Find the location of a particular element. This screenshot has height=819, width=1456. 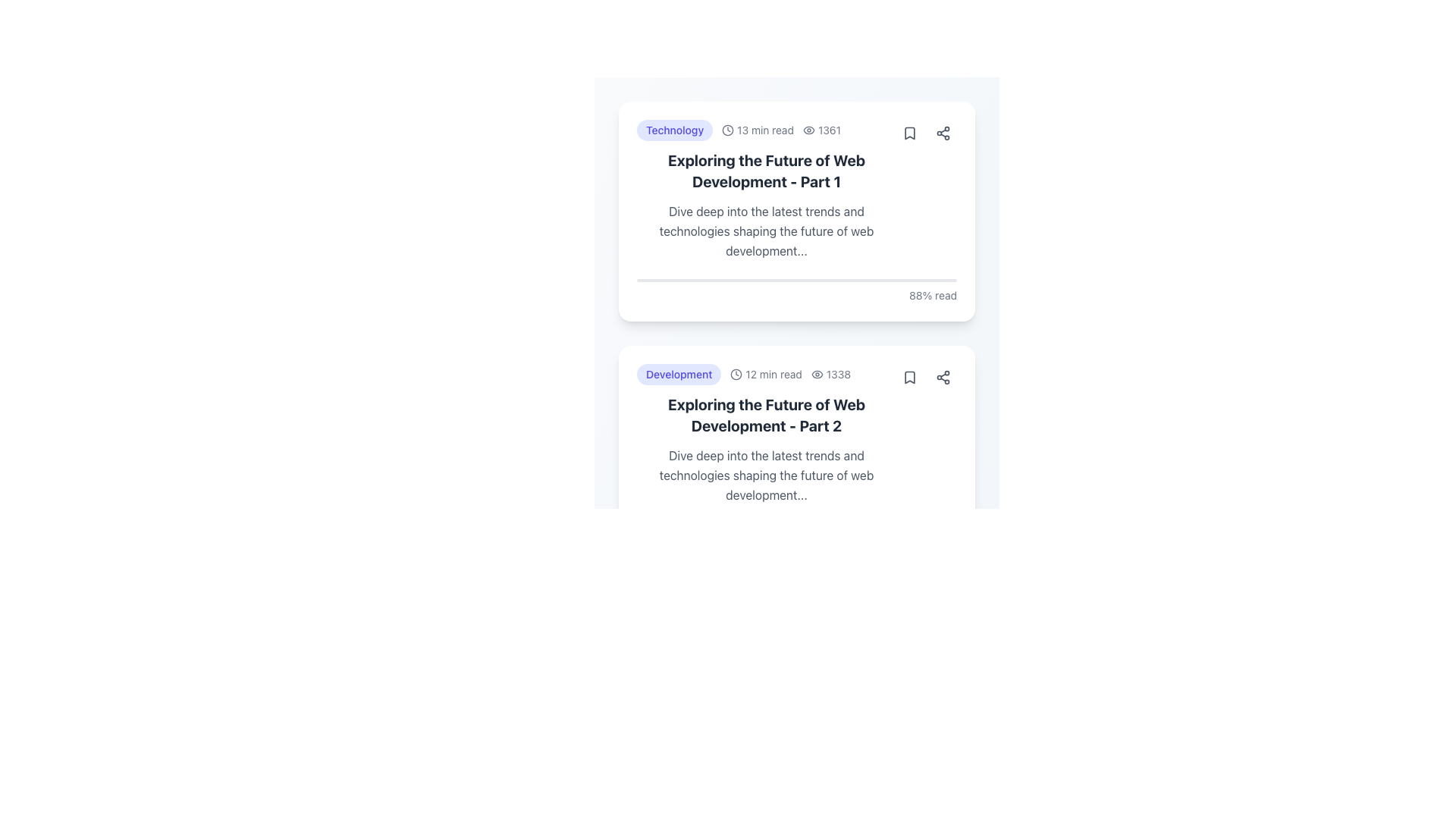

the circular element of the clock icon, which has a border only and is located to the left of time-related textual information is located at coordinates (736, 374).